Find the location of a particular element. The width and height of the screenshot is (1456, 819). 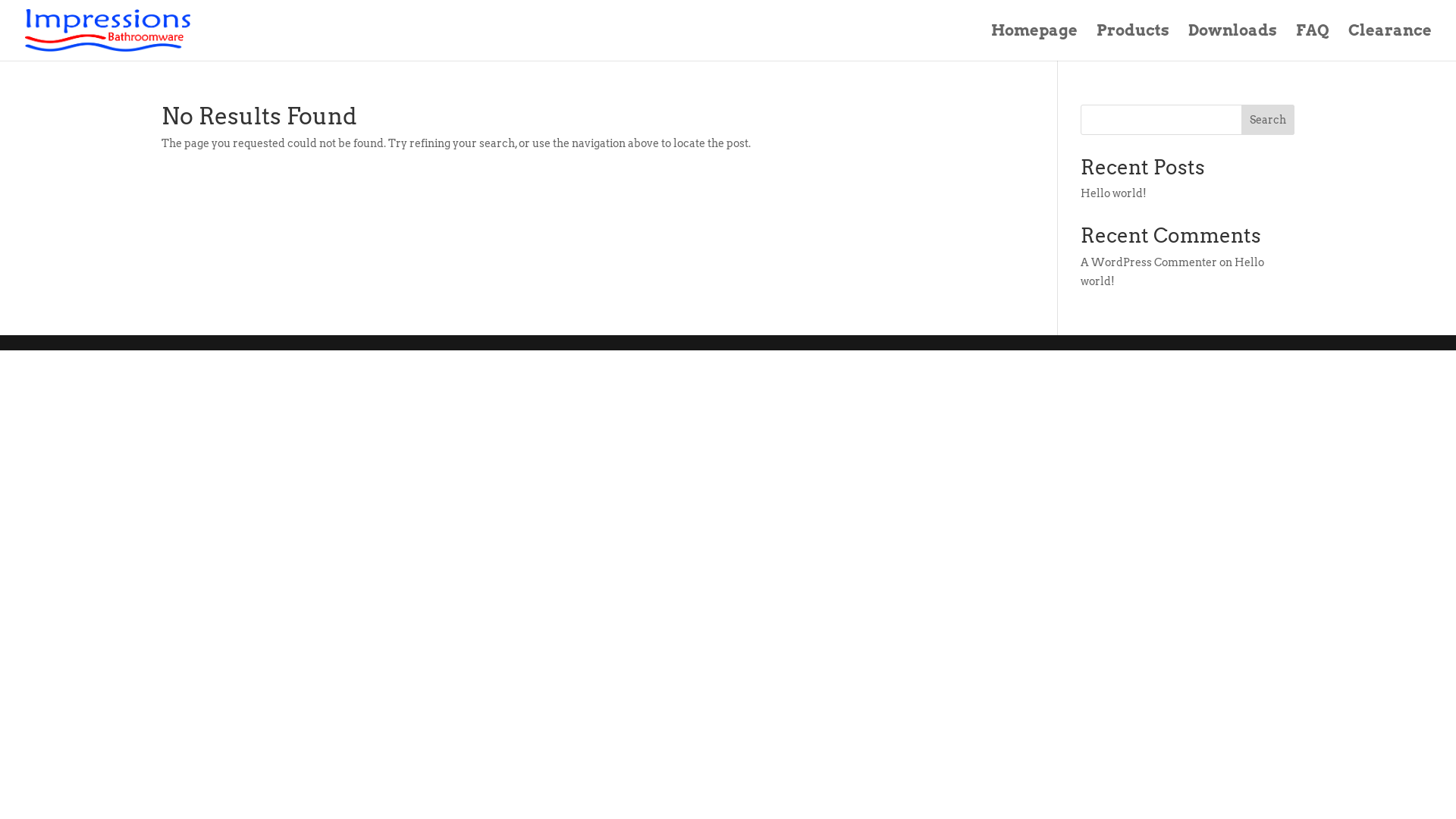

'Products' is located at coordinates (1096, 42).